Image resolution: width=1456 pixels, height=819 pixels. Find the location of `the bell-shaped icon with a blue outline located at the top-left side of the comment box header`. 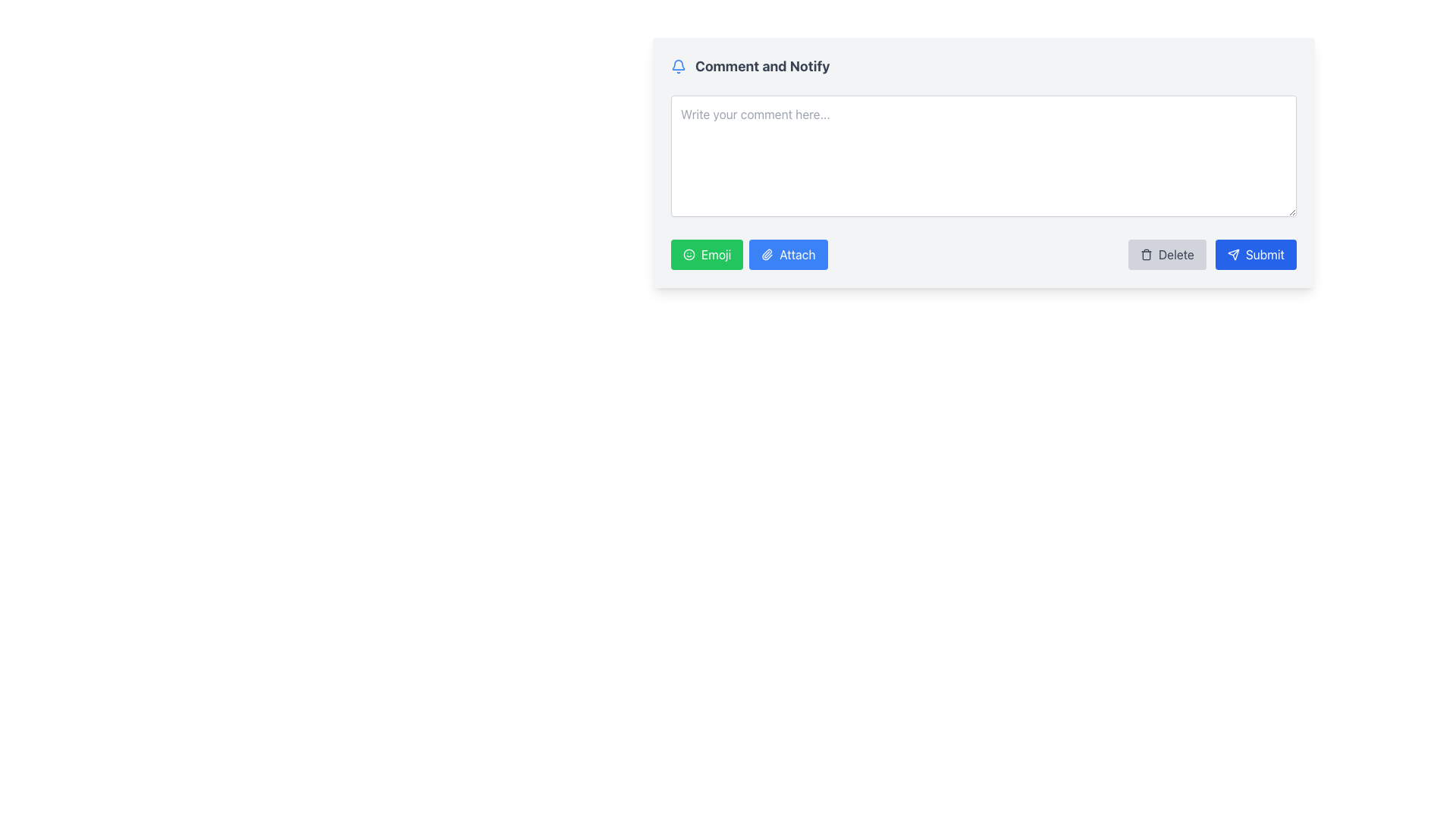

the bell-shaped icon with a blue outline located at the top-left side of the comment box header is located at coordinates (677, 64).